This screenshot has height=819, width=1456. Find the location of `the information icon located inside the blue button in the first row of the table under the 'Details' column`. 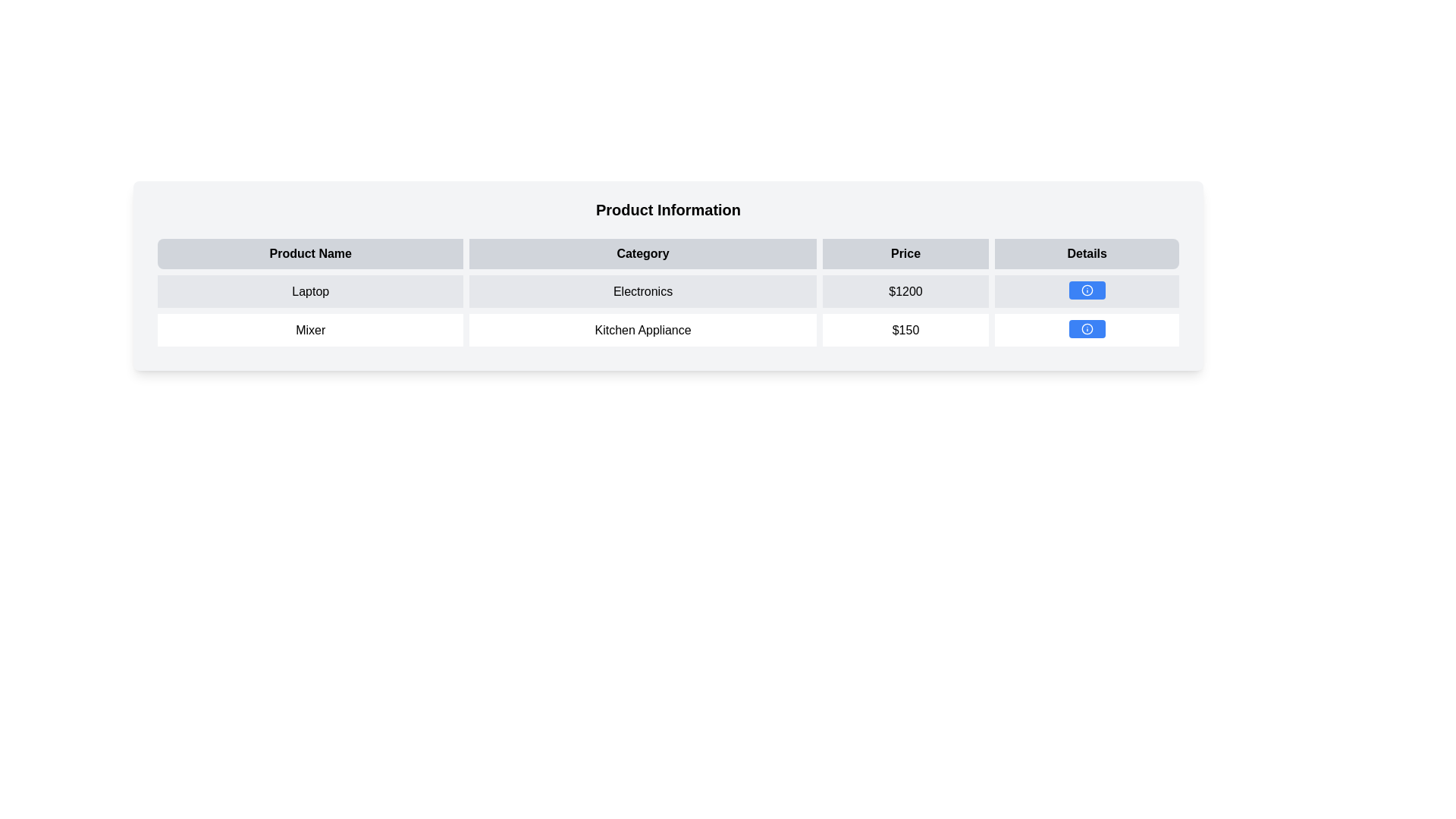

the information icon located inside the blue button in the first row of the table under the 'Details' column is located at coordinates (1086, 290).